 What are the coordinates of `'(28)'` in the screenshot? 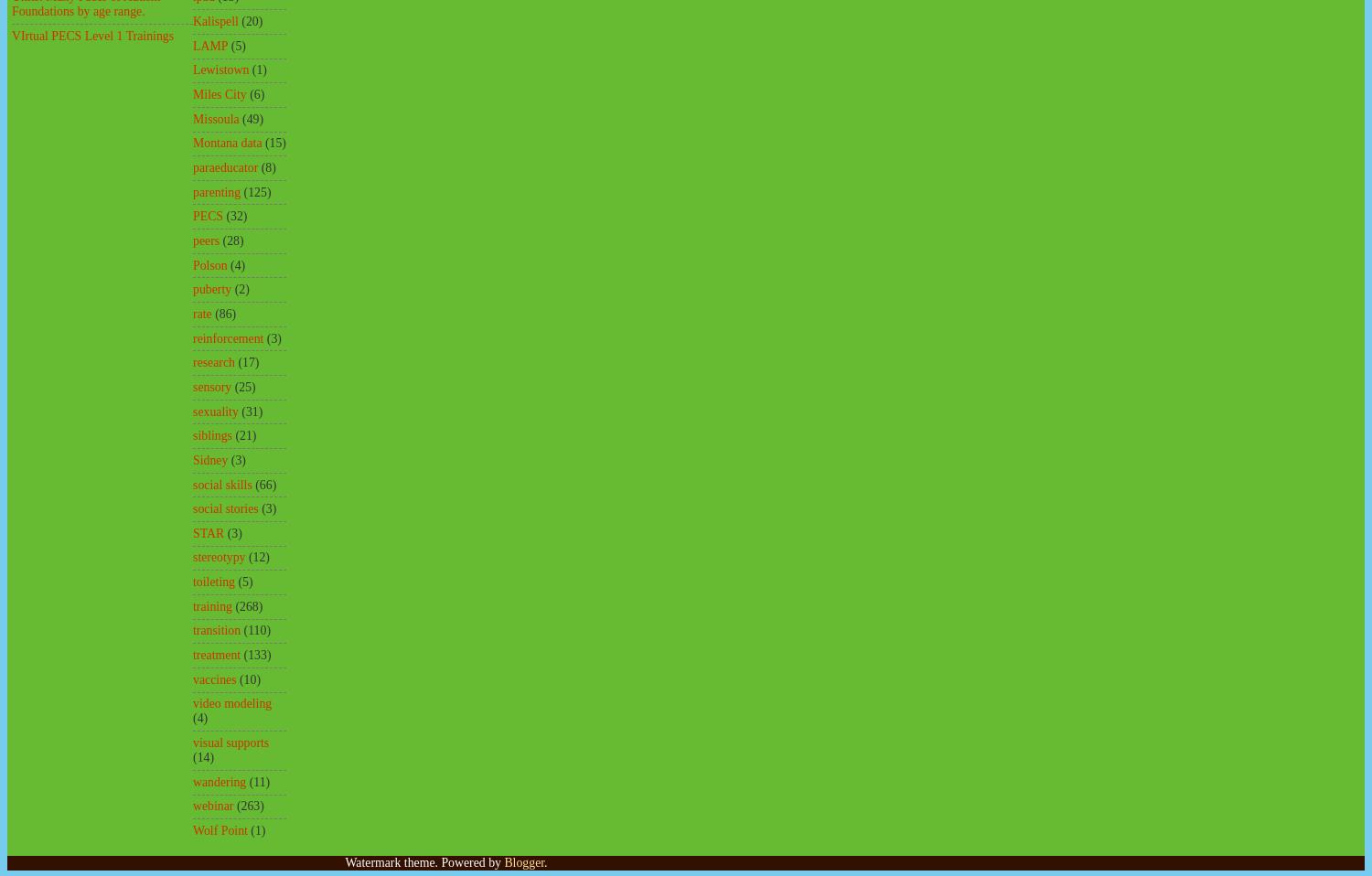 It's located at (232, 240).